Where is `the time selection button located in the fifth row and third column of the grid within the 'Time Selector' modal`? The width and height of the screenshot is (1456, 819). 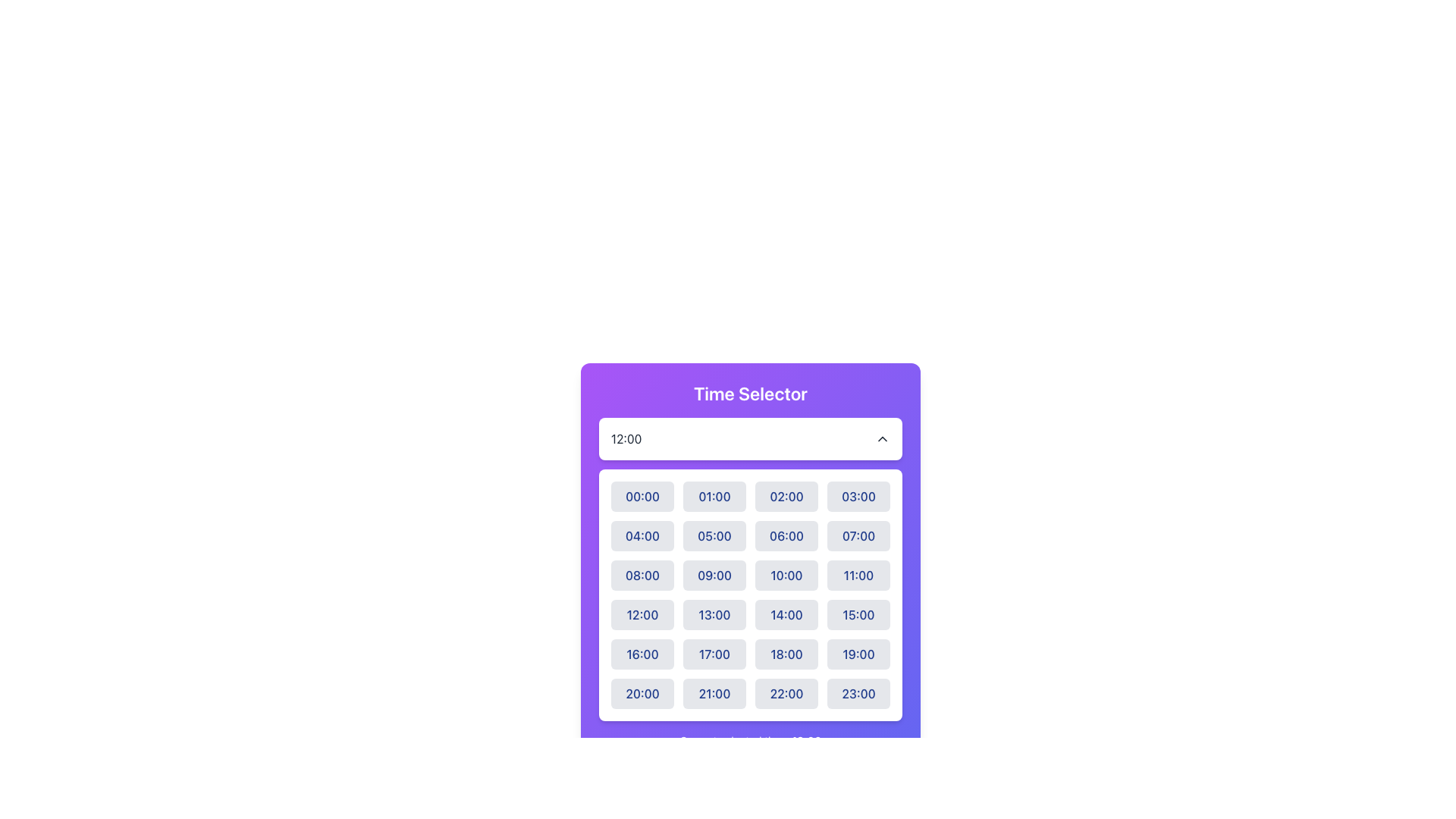 the time selection button located in the fifth row and third column of the grid within the 'Time Selector' modal is located at coordinates (786, 654).